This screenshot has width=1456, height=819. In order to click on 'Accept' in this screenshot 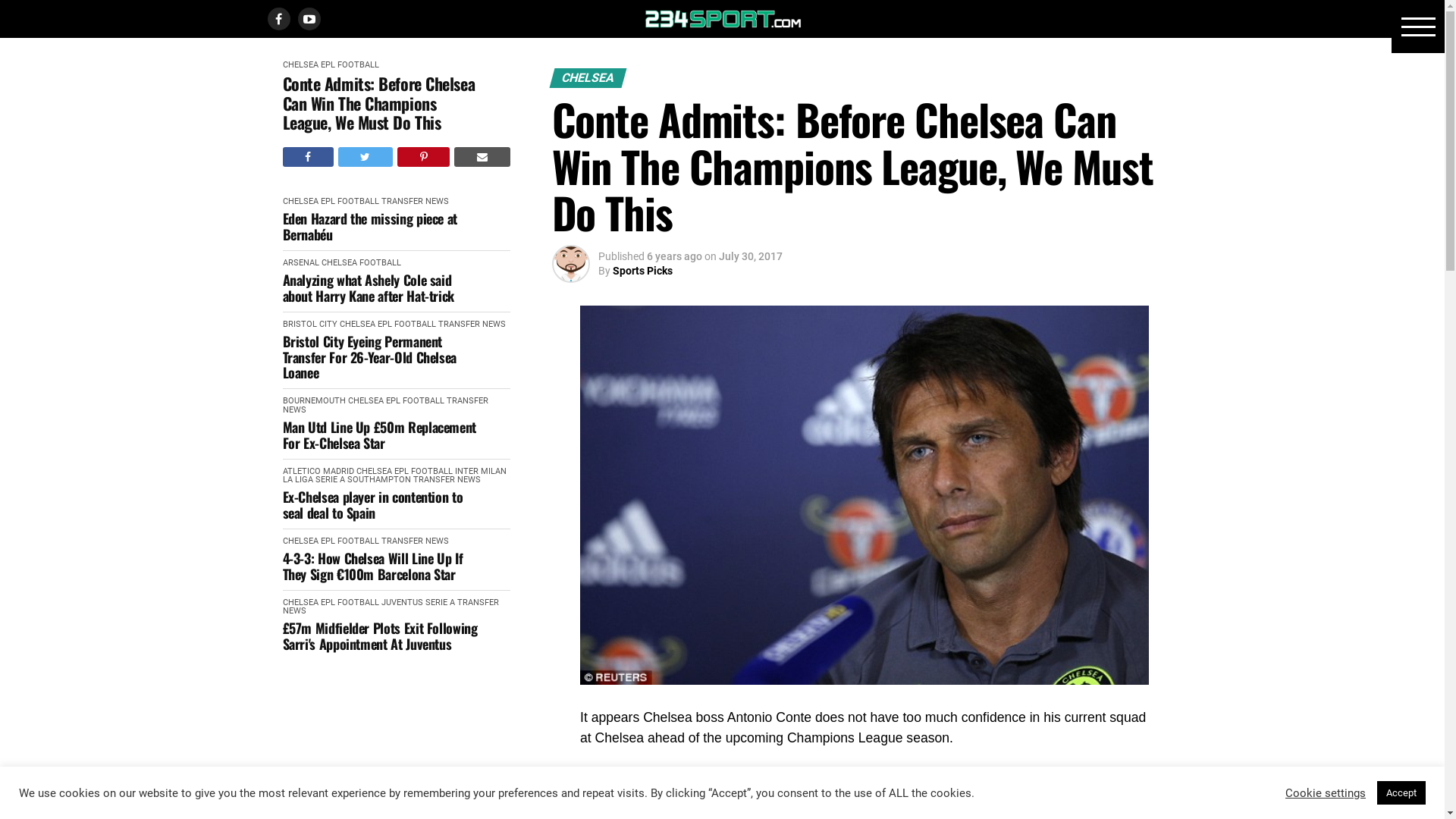, I will do `click(1401, 792)`.